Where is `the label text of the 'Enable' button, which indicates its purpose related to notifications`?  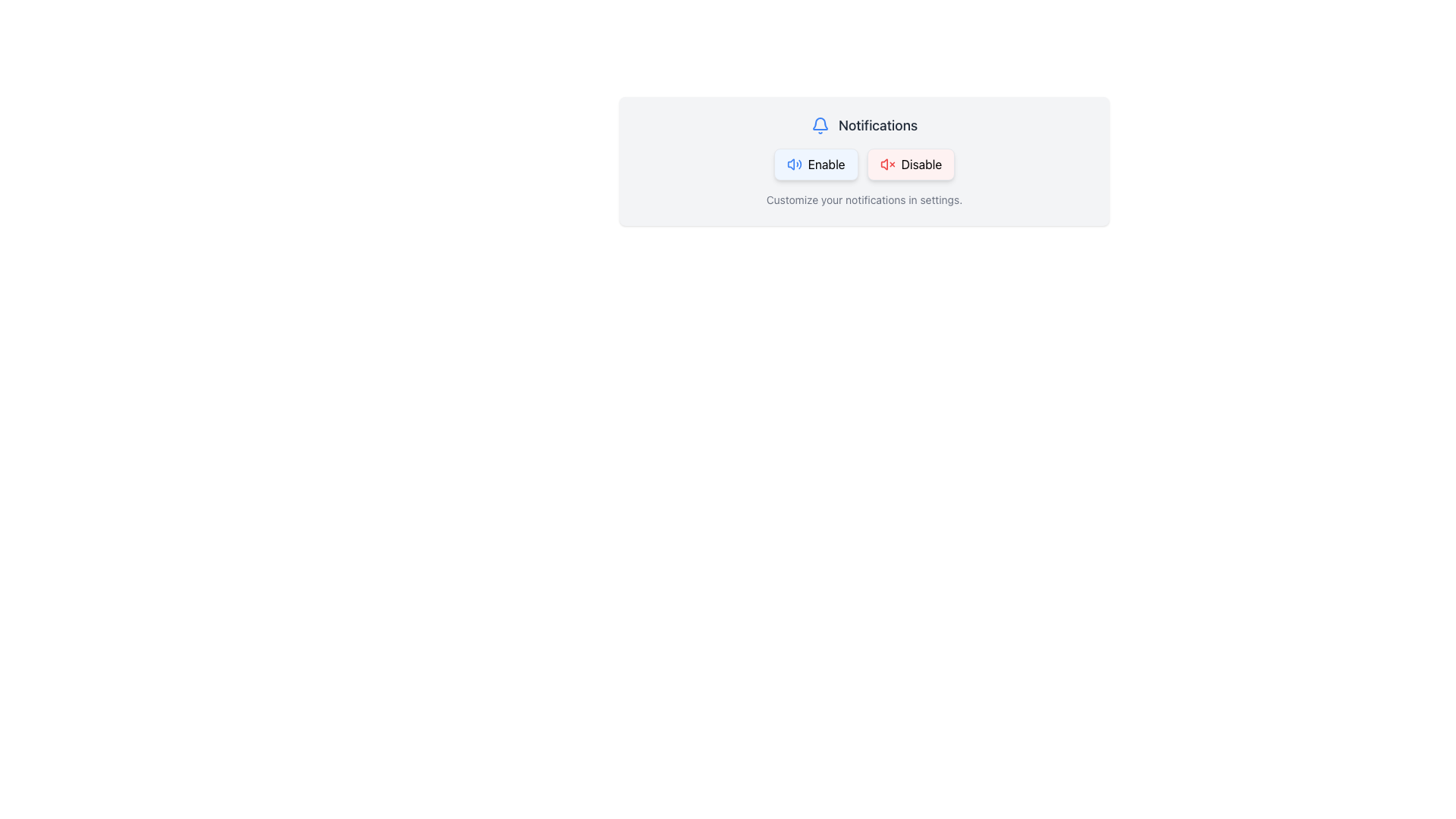
the label text of the 'Enable' button, which indicates its purpose related to notifications is located at coordinates (826, 164).